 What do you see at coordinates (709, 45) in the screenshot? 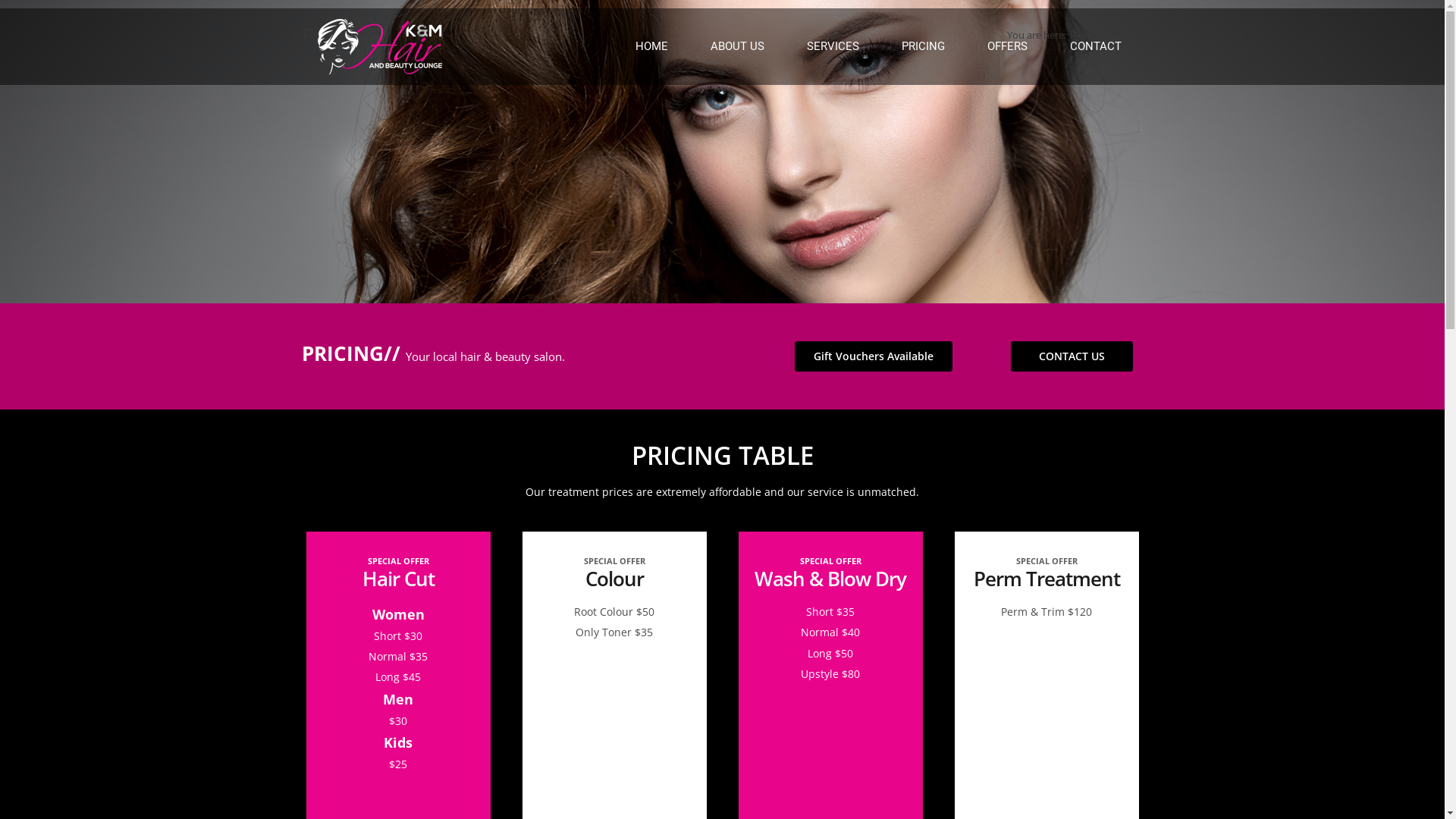
I see `'ABOUT US'` at bounding box center [709, 45].